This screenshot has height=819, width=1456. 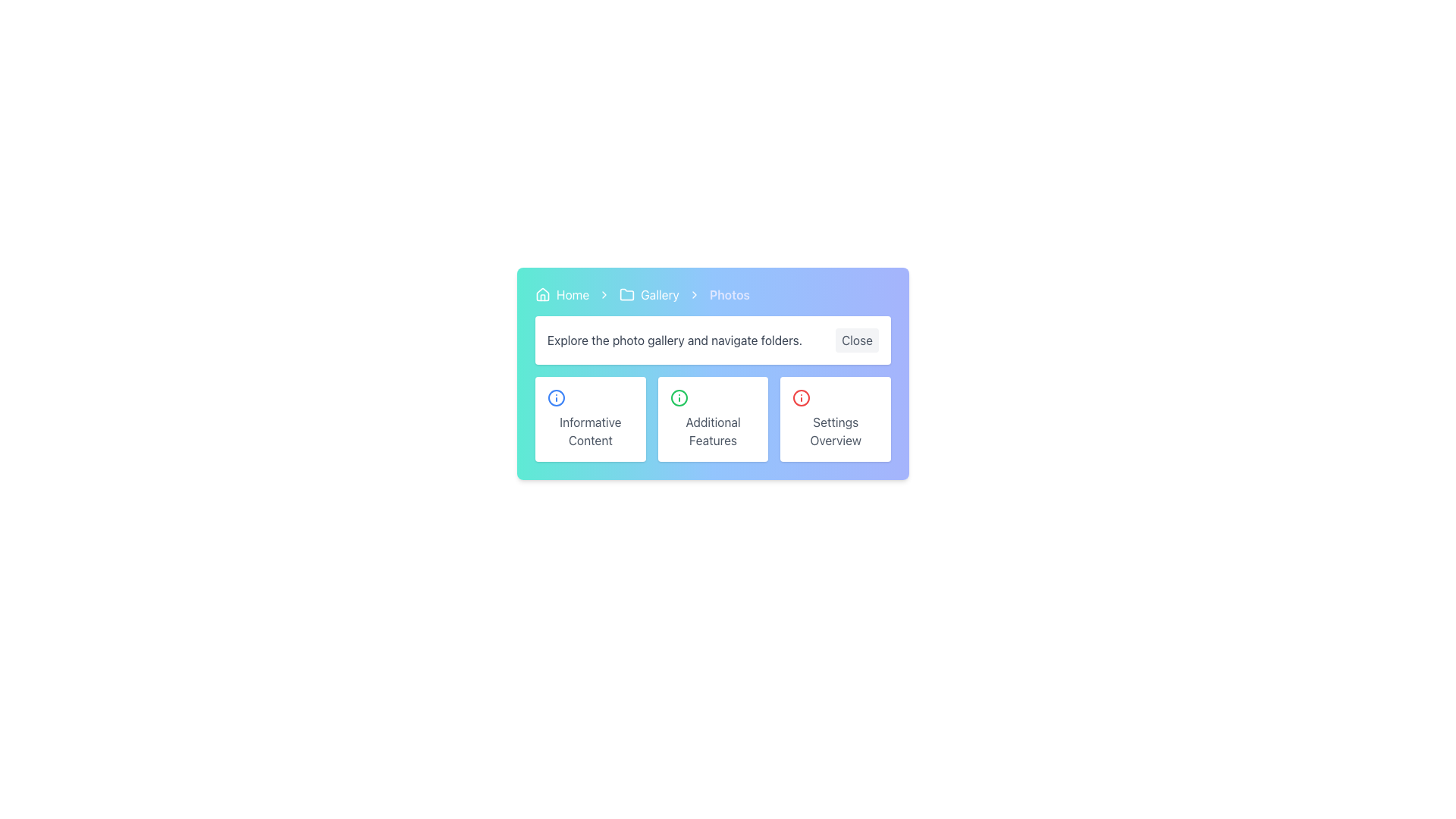 What do you see at coordinates (712, 431) in the screenshot?
I see `the descriptive text label located under the green info icon in the central tile of the interface` at bounding box center [712, 431].